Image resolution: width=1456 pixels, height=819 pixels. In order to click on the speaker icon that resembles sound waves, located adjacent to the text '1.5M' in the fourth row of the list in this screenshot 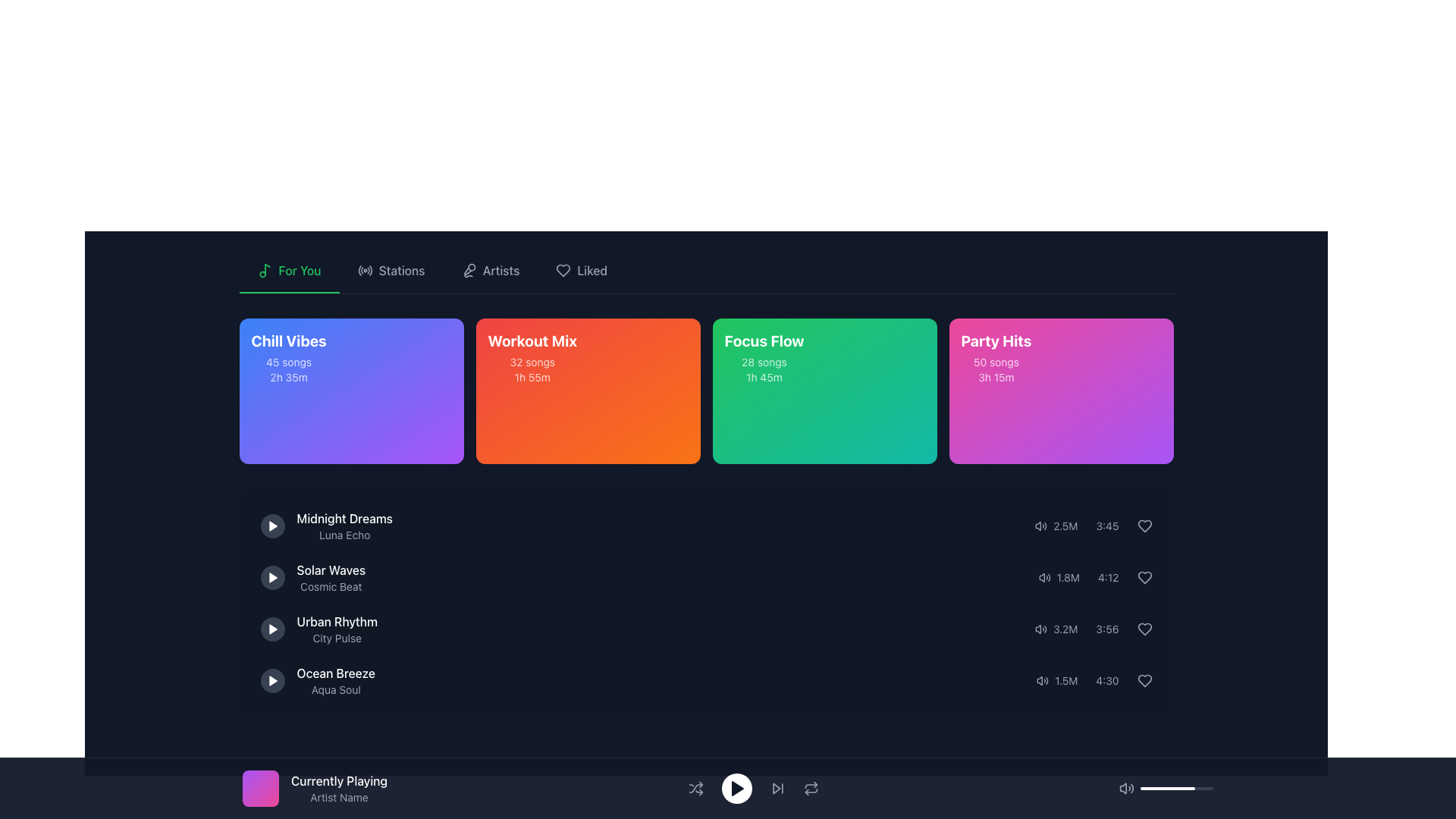, I will do `click(1042, 680)`.